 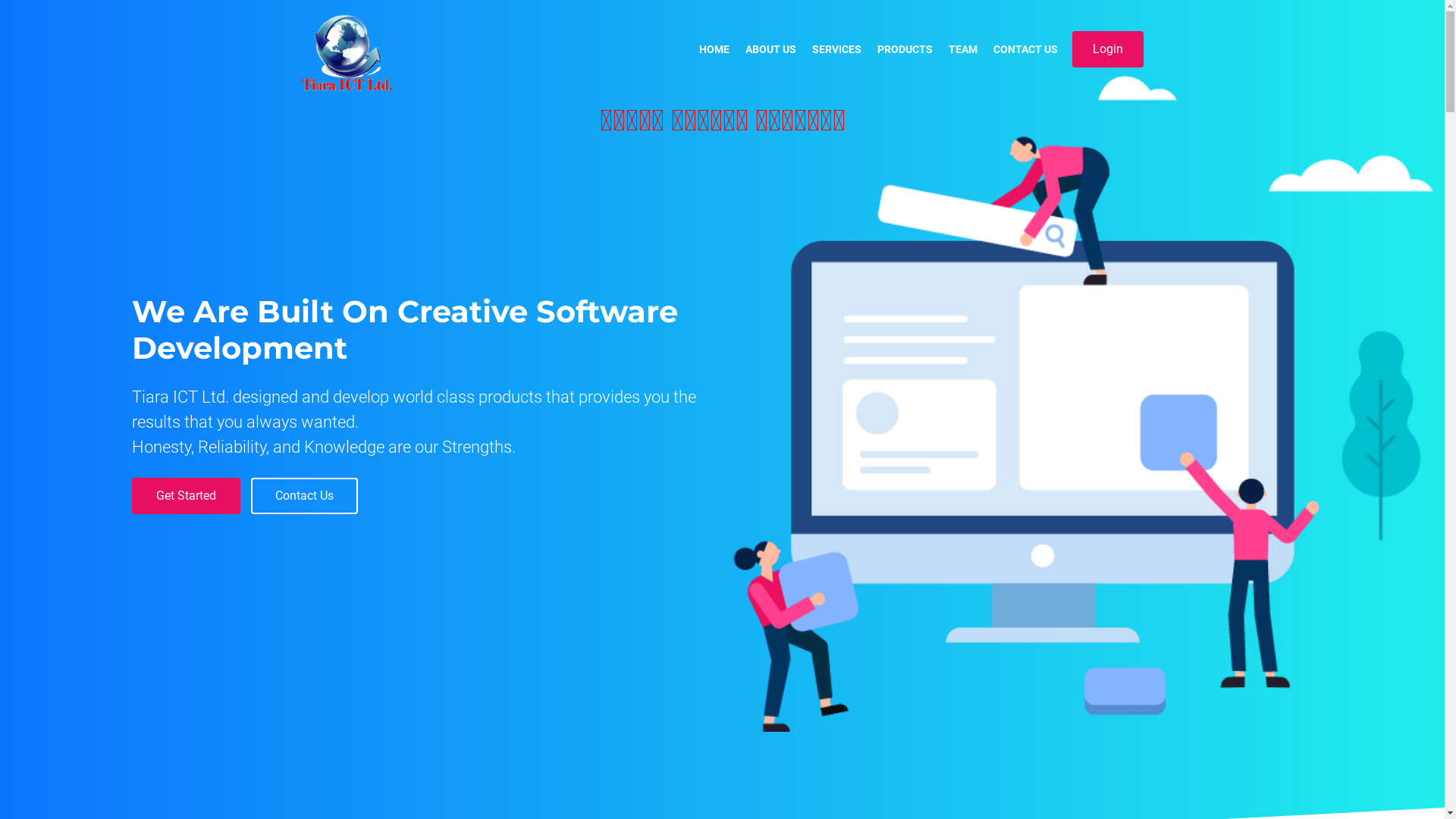 What do you see at coordinates (770, 49) in the screenshot?
I see `'ABOUT US'` at bounding box center [770, 49].